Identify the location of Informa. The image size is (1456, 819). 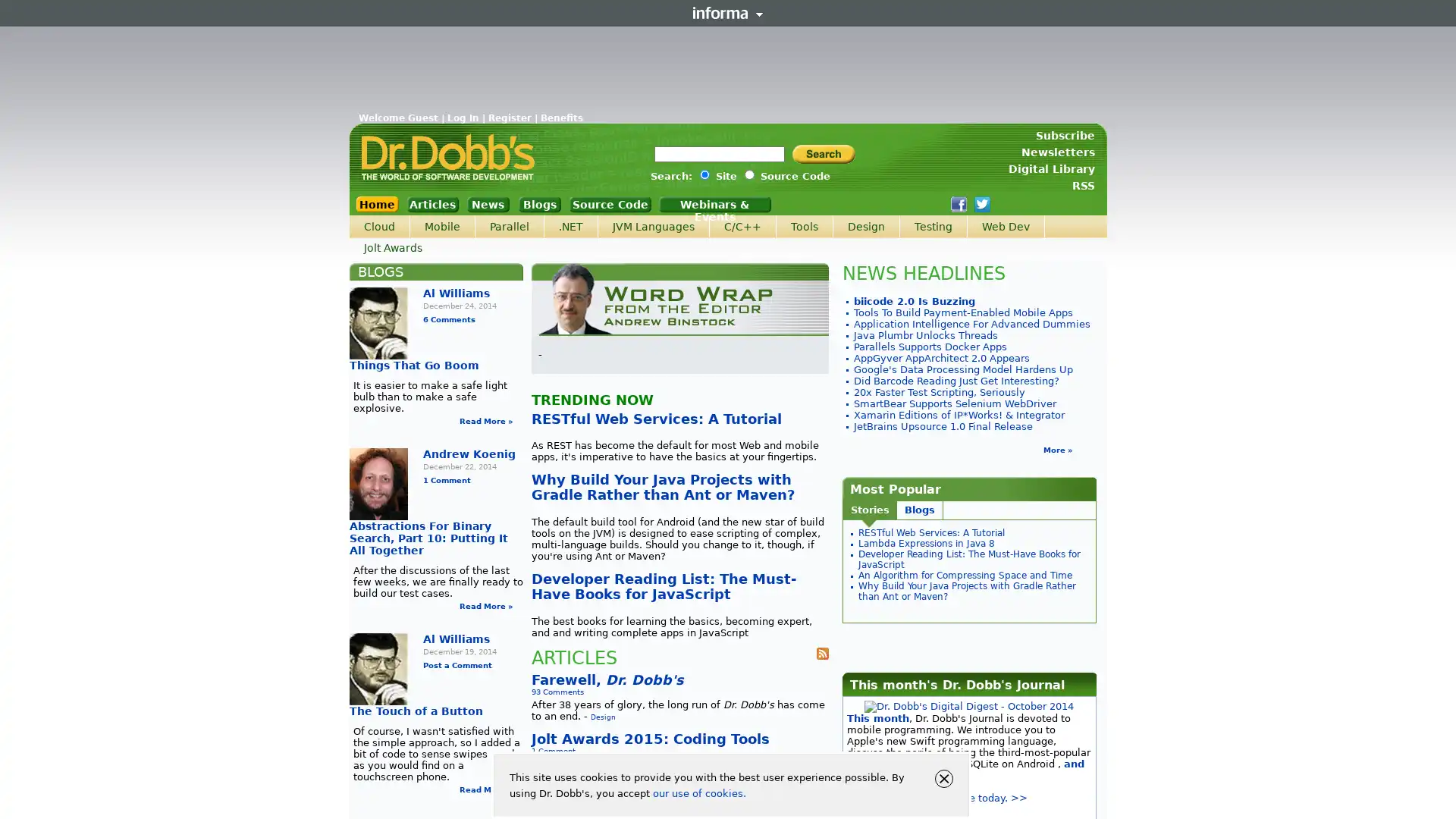
(728, 12).